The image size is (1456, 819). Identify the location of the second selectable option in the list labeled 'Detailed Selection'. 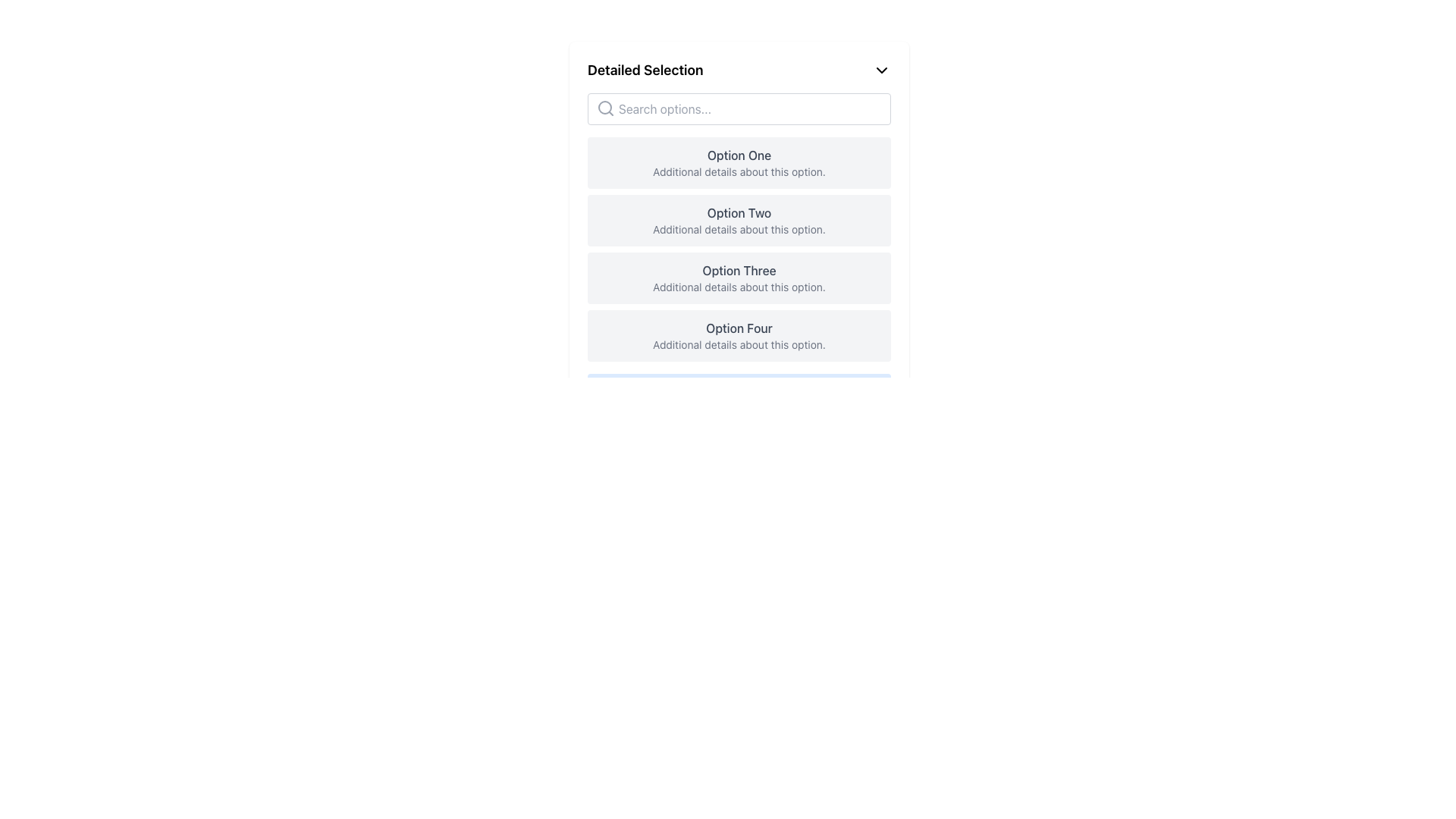
(739, 220).